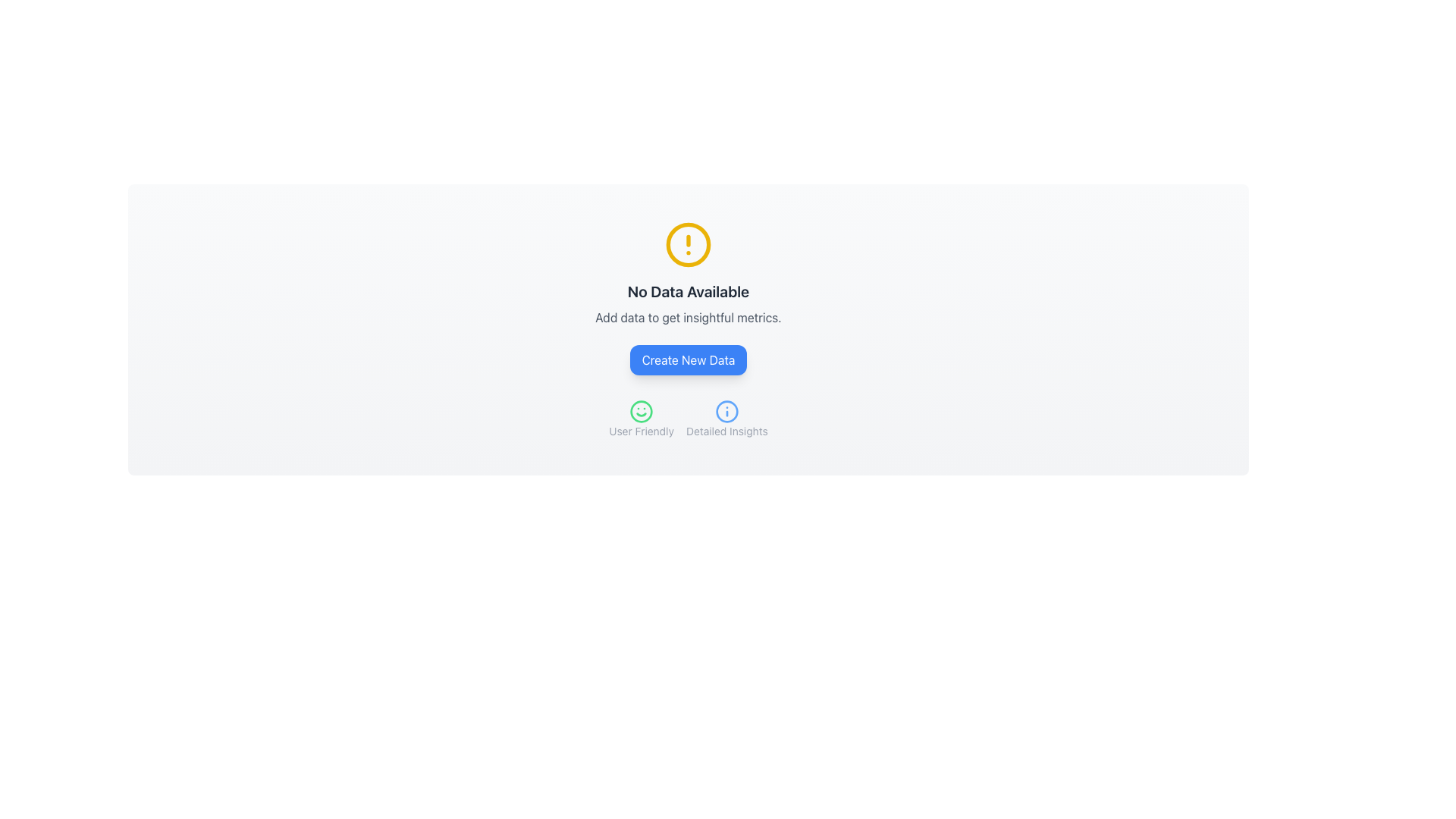  Describe the element at coordinates (642, 419) in the screenshot. I see `text from the 'User Friendly' label, which is styled in gray and is positioned below a green smiley face icon` at that location.